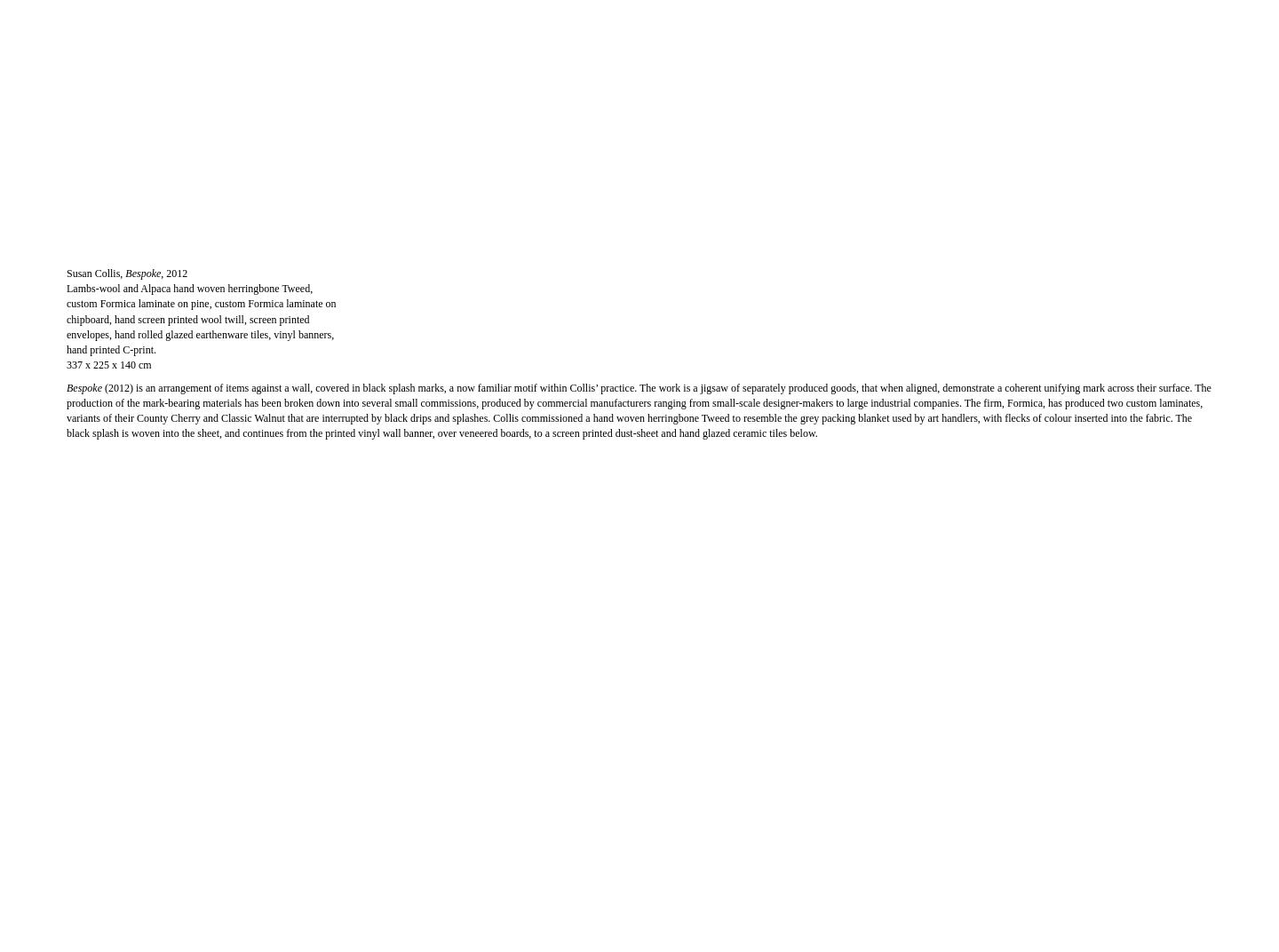 The height and width of the screenshot is (952, 1279). Describe the element at coordinates (638, 409) in the screenshot. I see `'(2012) is an arrangement of items against a wall, covered in black splash marks, a now familiar motif within Collis’ practice. The work is a jigsaw of separately produced goods, that when aligned, demonstrate a coherent unifying mark across their surface. The production of the mark-bearing materials has been broken down into several small commissions, produced by commercial manufacturers ranging from small-scale designer-makers to large industrial companies. The firm, Formica, has produced two custom laminates, variants of their County Cherry and Classic Walnut that are interrupted by black drips and splashes. Collis commissioned a hand woven herringbone Tweed to resemble the grey packing blanket used by art handlers, with flecks of colour inserted into the fabric. The black splash is woven into the sheet, and continues from the printed vinyl wall banner, over veneered boards, to a screen printed dust-sheet and hand glazed ceramic tiles below.'` at that location.